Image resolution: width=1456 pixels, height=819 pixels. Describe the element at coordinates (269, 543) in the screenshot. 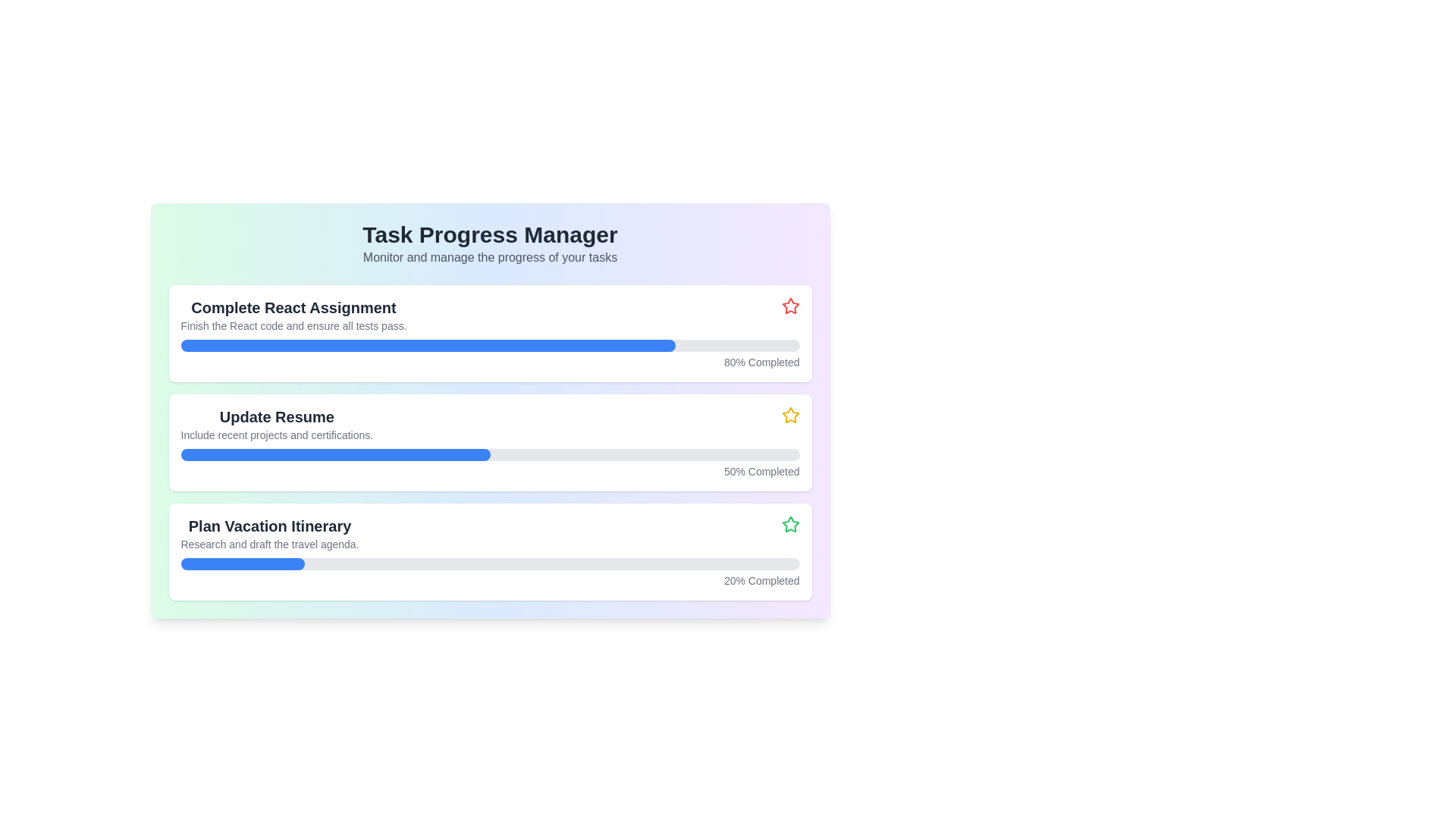

I see `the text element located below the 'Plan Vacation Itinerary' task, which provides additional context or guidance for the user in the third task card of the vertical list` at that location.